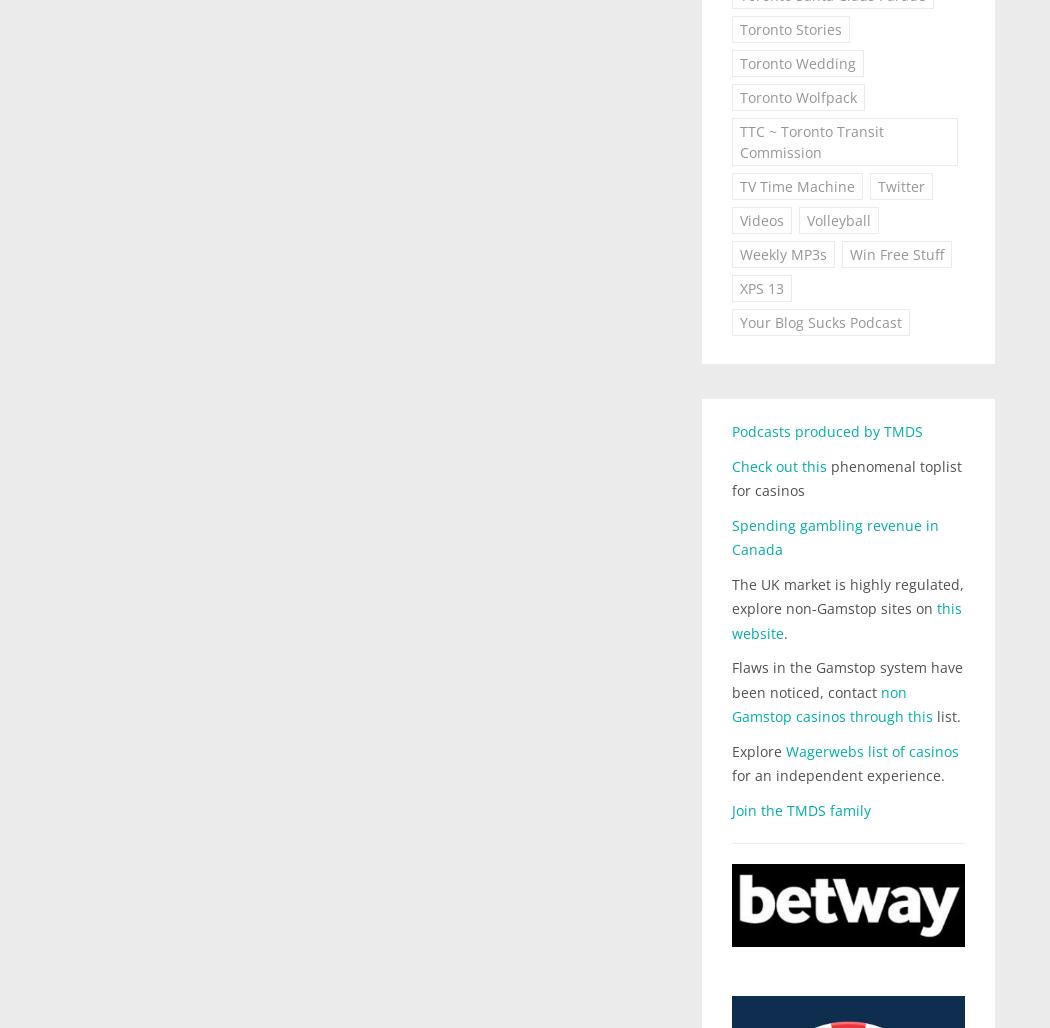  Describe the element at coordinates (795, 186) in the screenshot. I see `'TV Time Machine'` at that location.